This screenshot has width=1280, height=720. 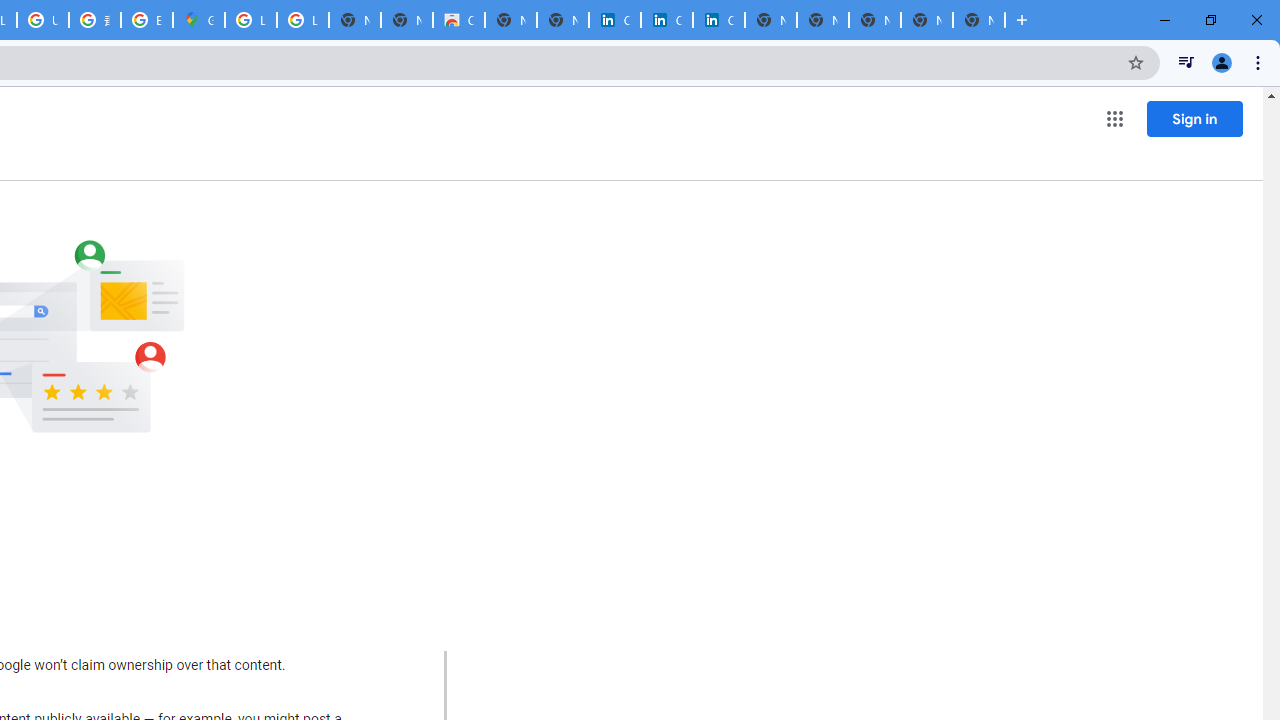 What do you see at coordinates (199, 20) in the screenshot?
I see `'Google Maps'` at bounding box center [199, 20].